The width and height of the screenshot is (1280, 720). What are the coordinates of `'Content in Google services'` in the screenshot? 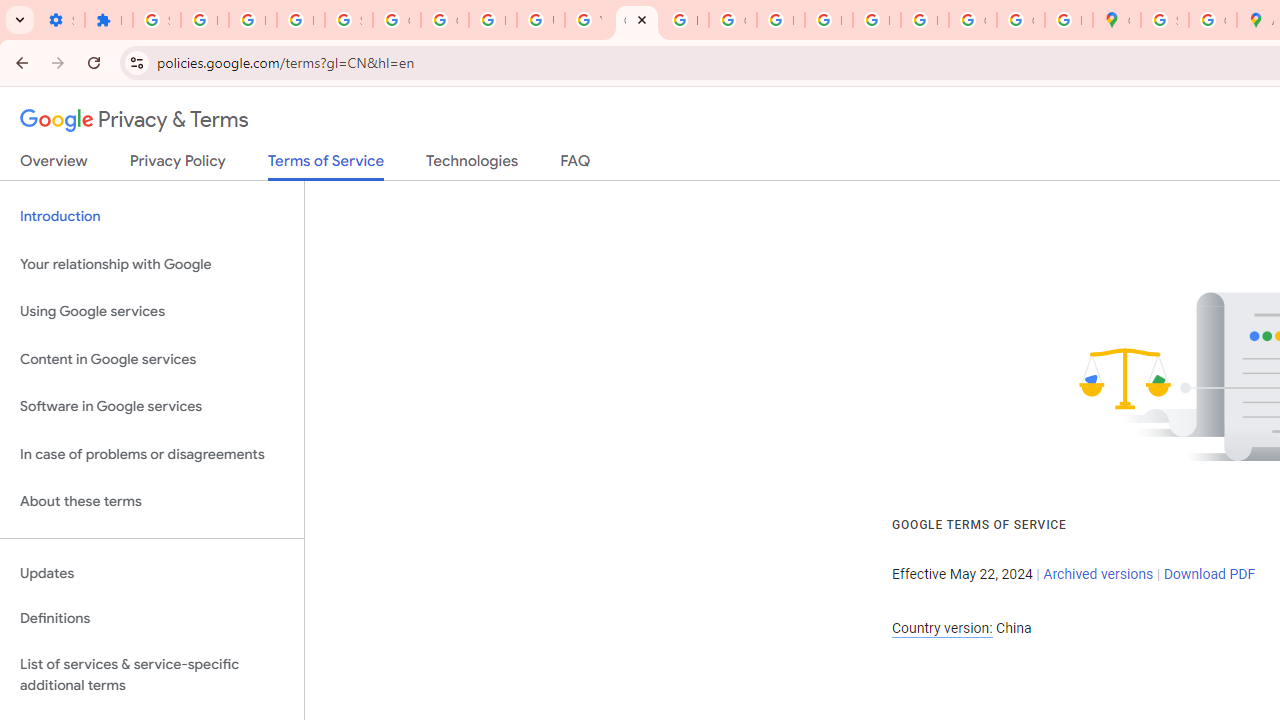 It's located at (151, 358).